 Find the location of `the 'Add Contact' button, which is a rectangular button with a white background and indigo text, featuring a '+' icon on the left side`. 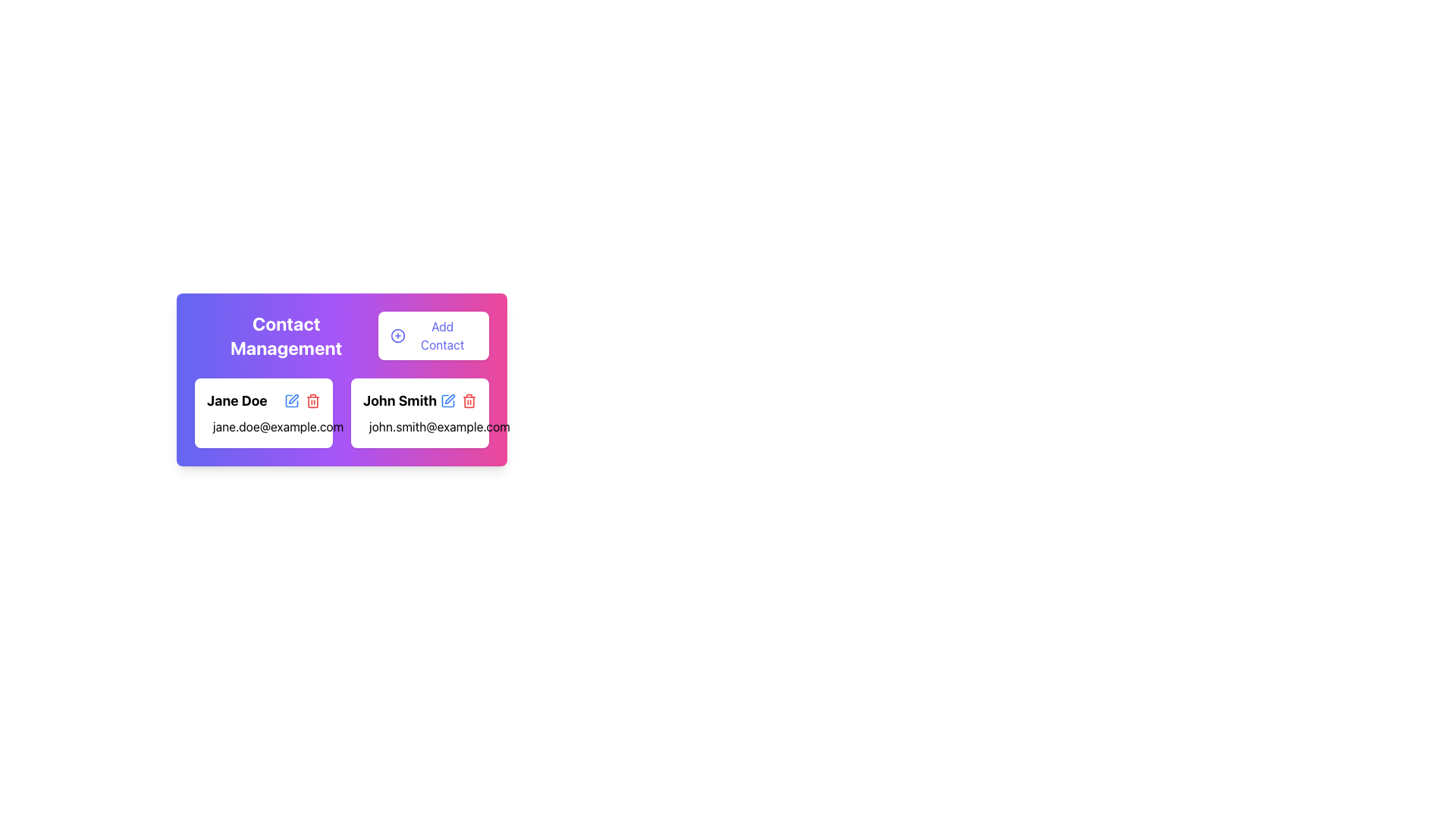

the 'Add Contact' button, which is a rectangular button with a white background and indigo text, featuring a '+' icon on the left side is located at coordinates (432, 335).